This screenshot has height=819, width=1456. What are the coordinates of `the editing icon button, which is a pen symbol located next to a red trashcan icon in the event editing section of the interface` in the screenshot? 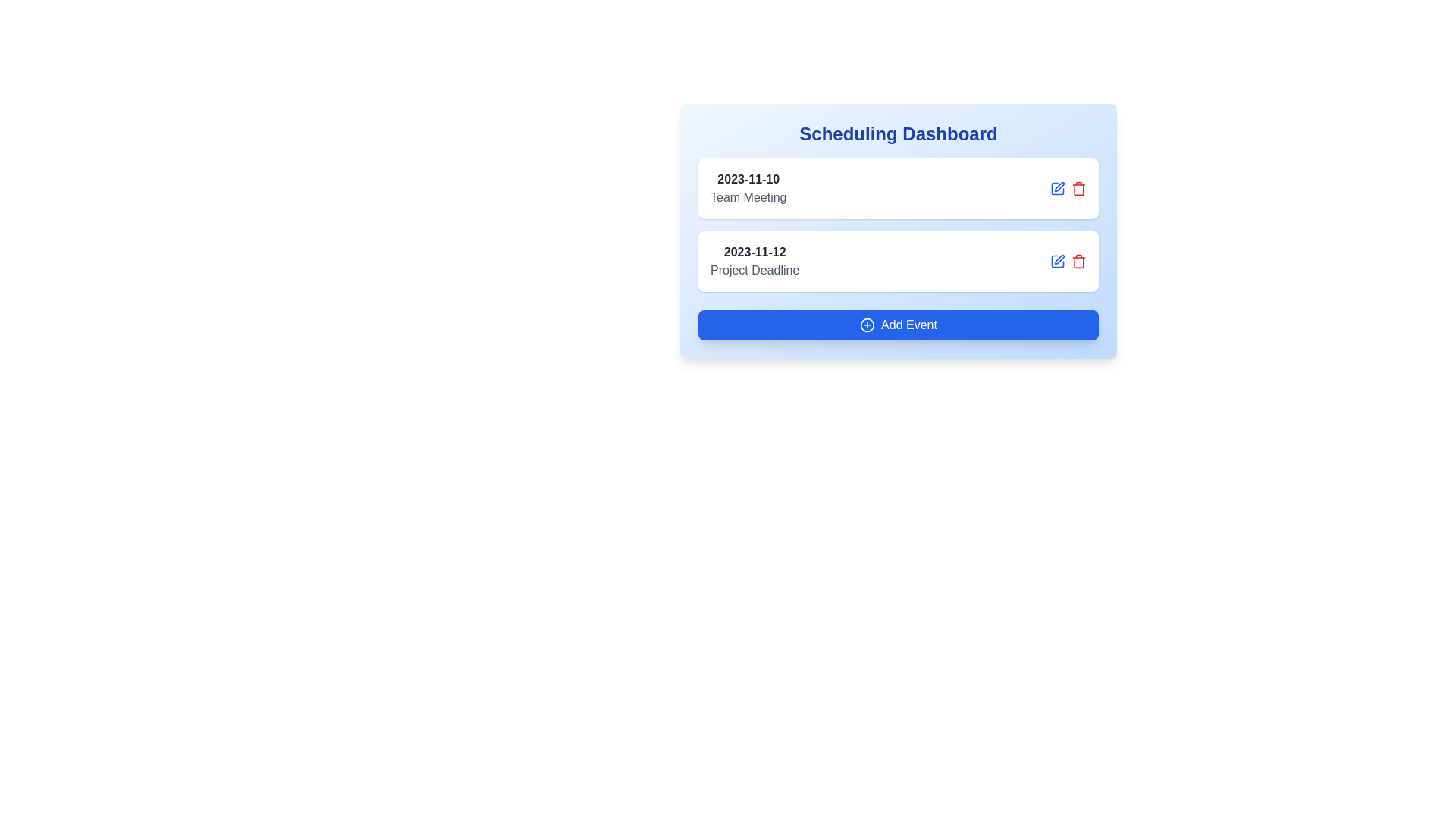 It's located at (1059, 186).